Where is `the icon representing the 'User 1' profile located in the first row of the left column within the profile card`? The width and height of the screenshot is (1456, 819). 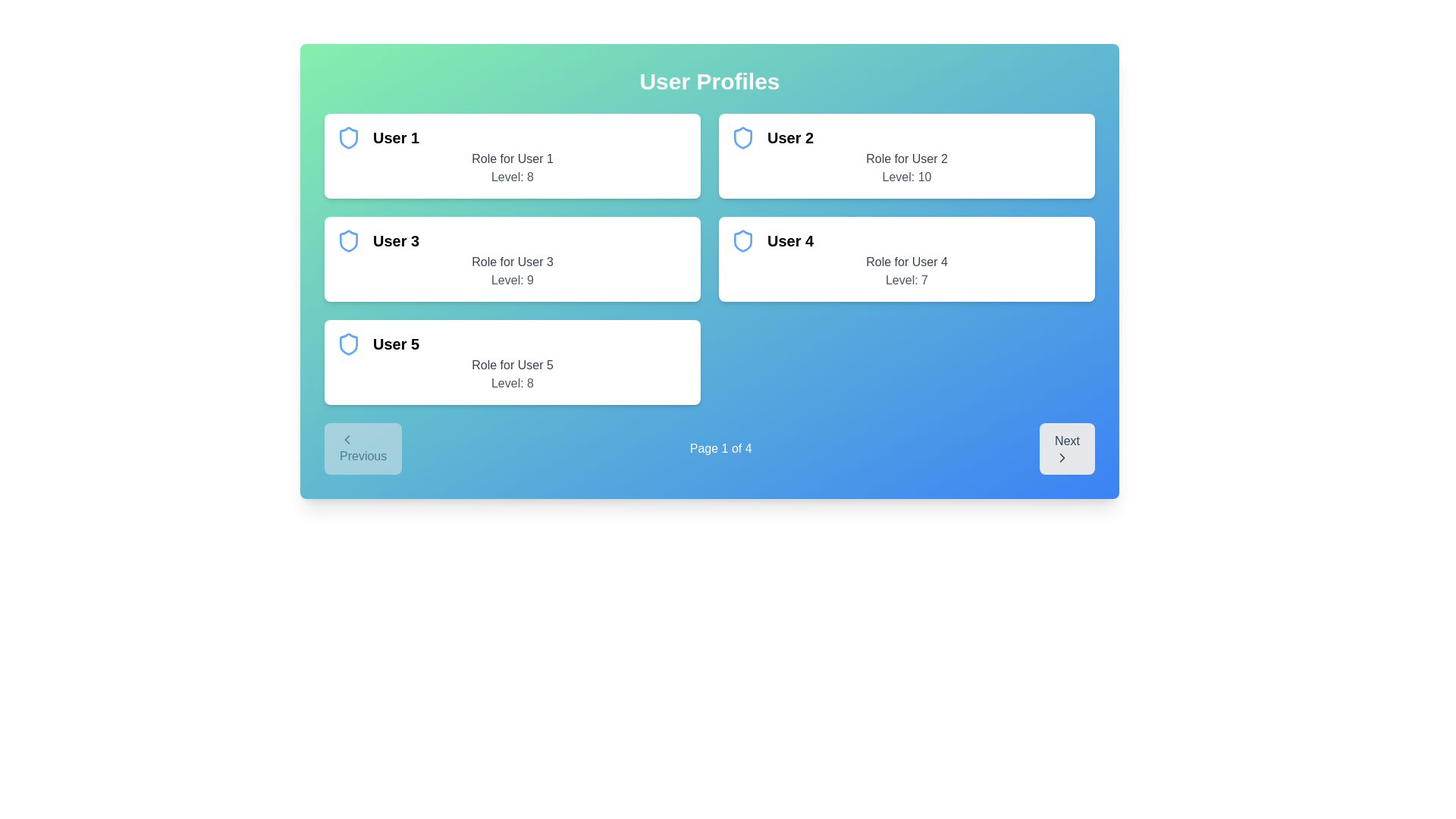
the icon representing the 'User 1' profile located in the first row of the left column within the profile card is located at coordinates (348, 137).